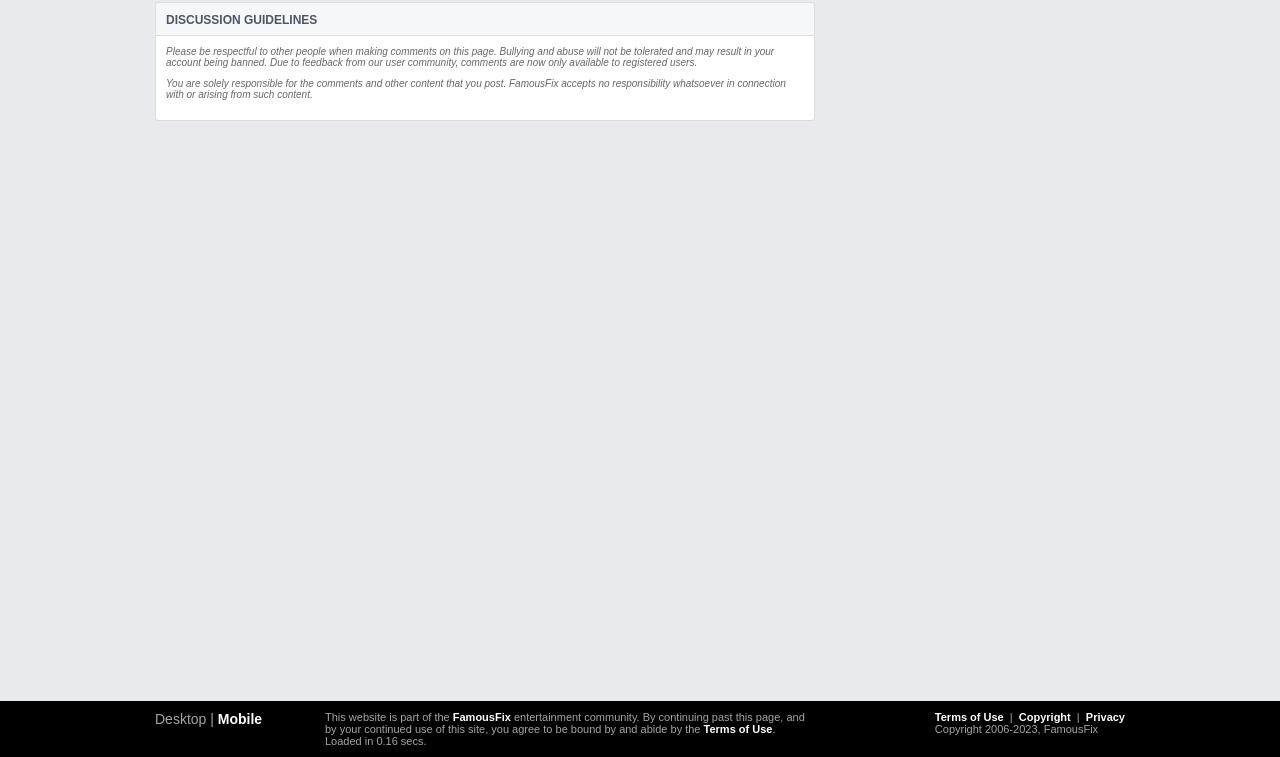 This screenshot has width=1280, height=757. What do you see at coordinates (481, 717) in the screenshot?
I see `'FamousFix'` at bounding box center [481, 717].